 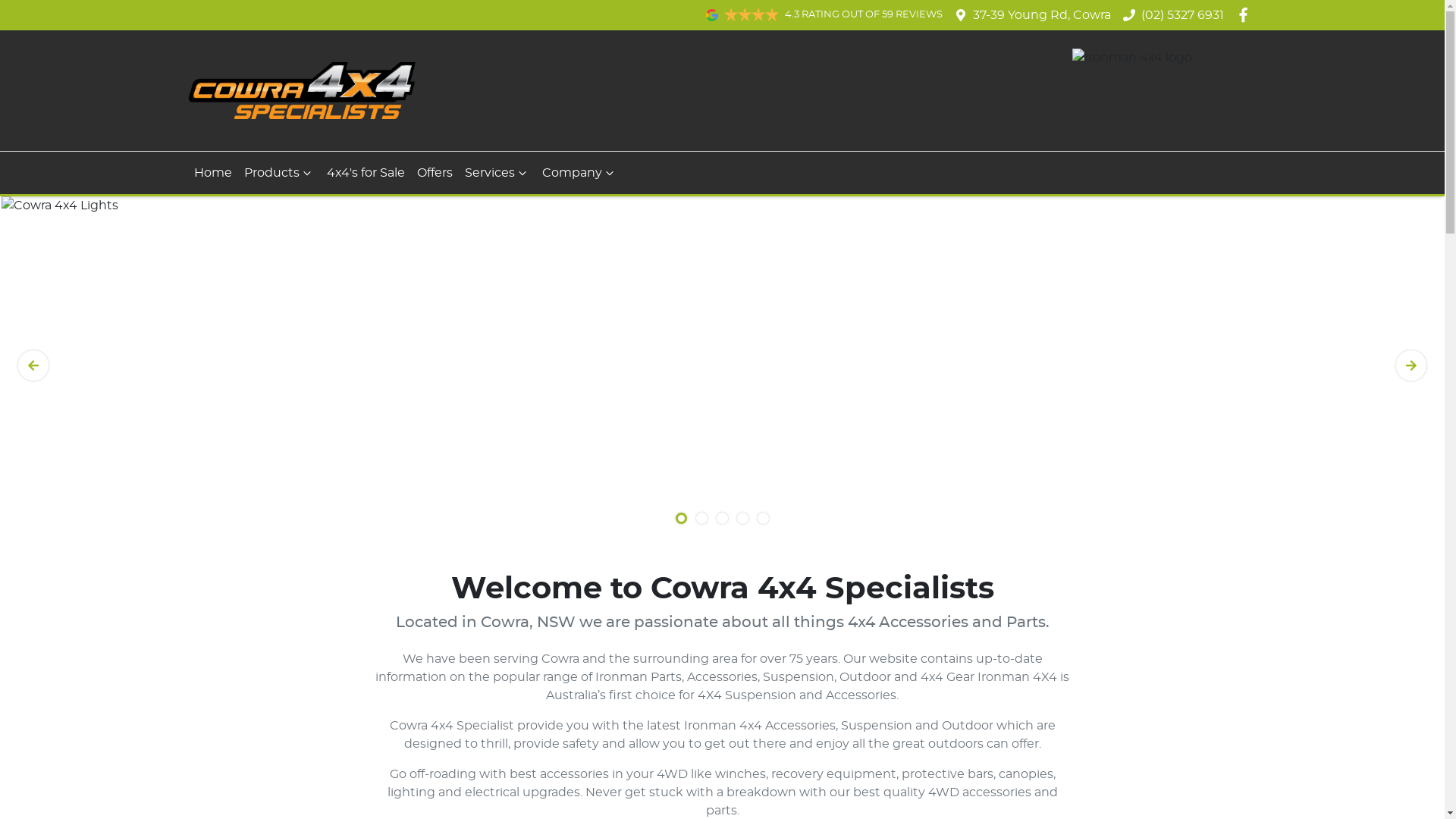 I want to click on 'Services', so click(x=496, y=171).